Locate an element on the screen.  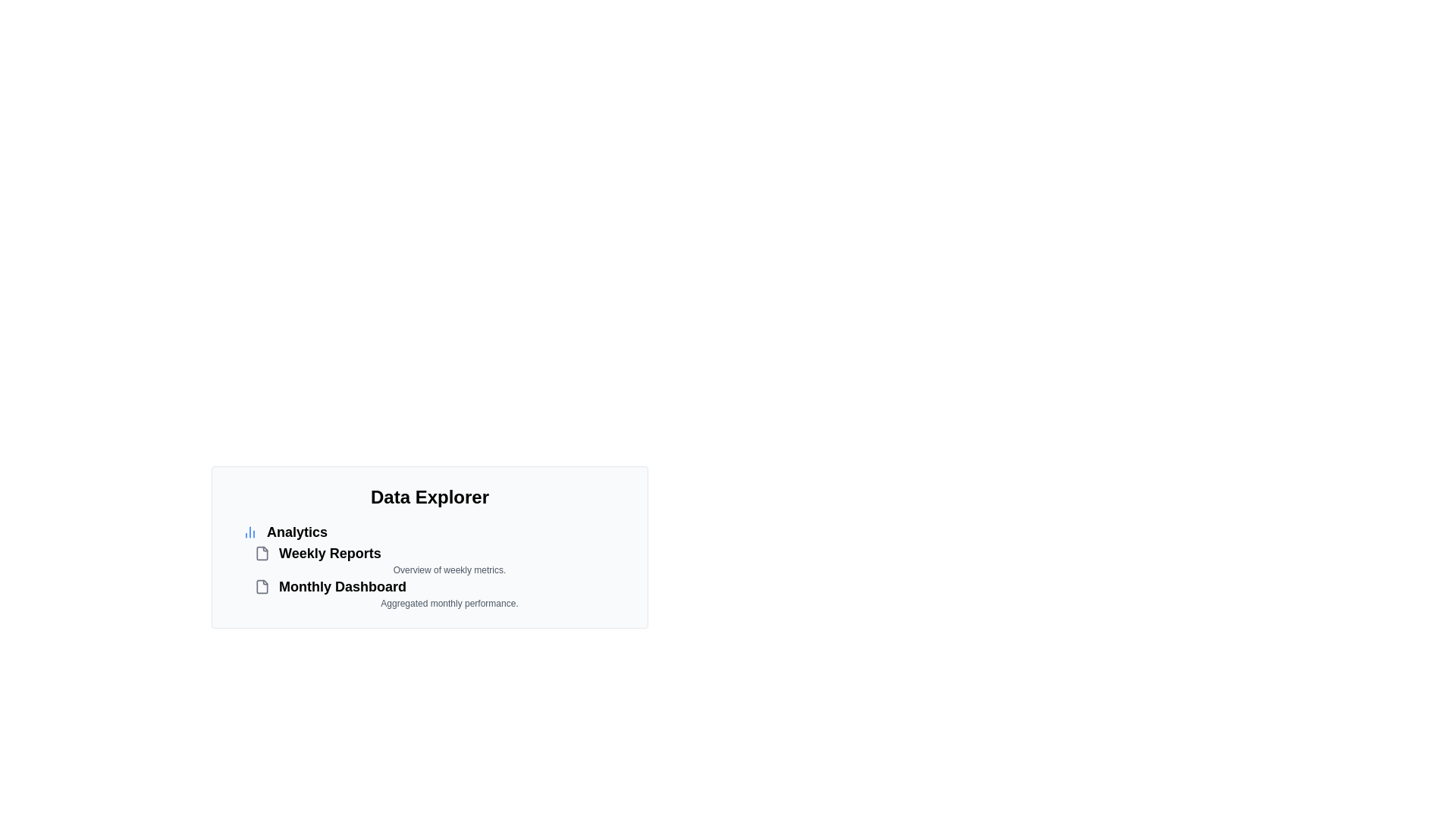
the document icon located to the left of the 'Weekly Reports' text label in the 'Data Explorer' section is located at coordinates (262, 553).